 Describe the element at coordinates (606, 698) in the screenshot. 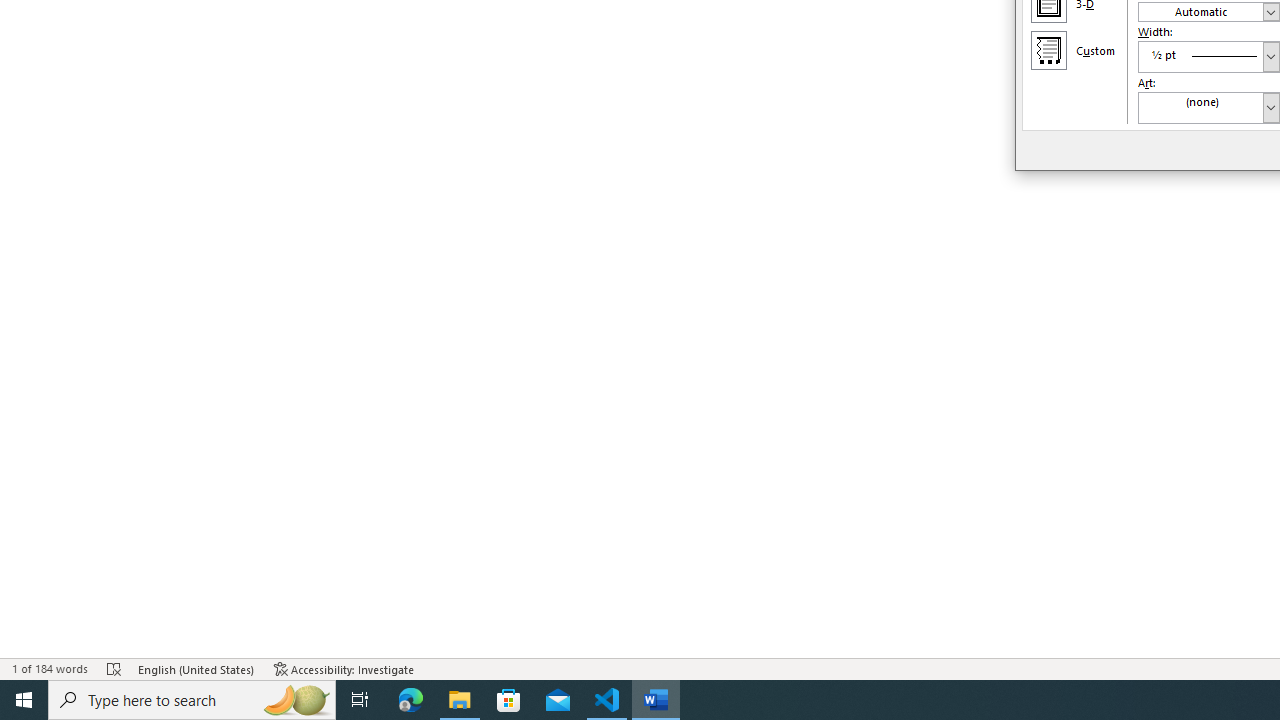

I see `'Visual Studio Code - 1 running window'` at that location.